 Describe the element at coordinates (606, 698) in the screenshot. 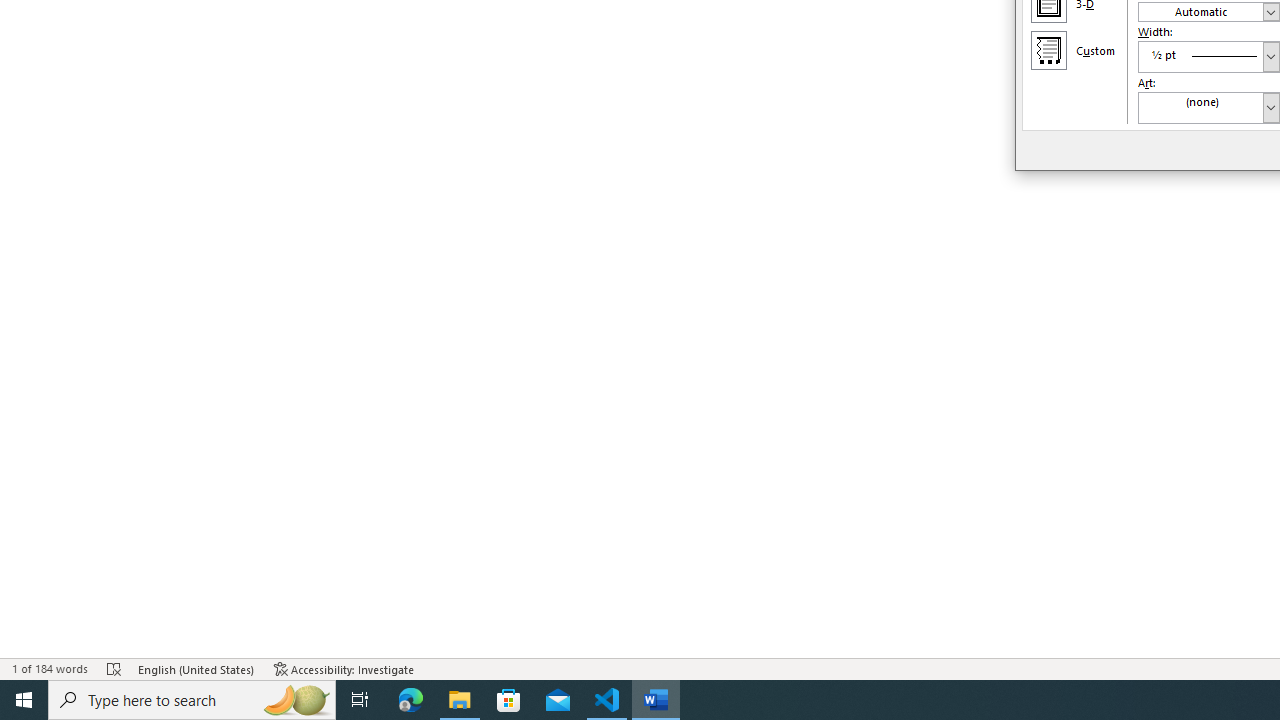

I see `'Visual Studio Code - 1 running window'` at that location.